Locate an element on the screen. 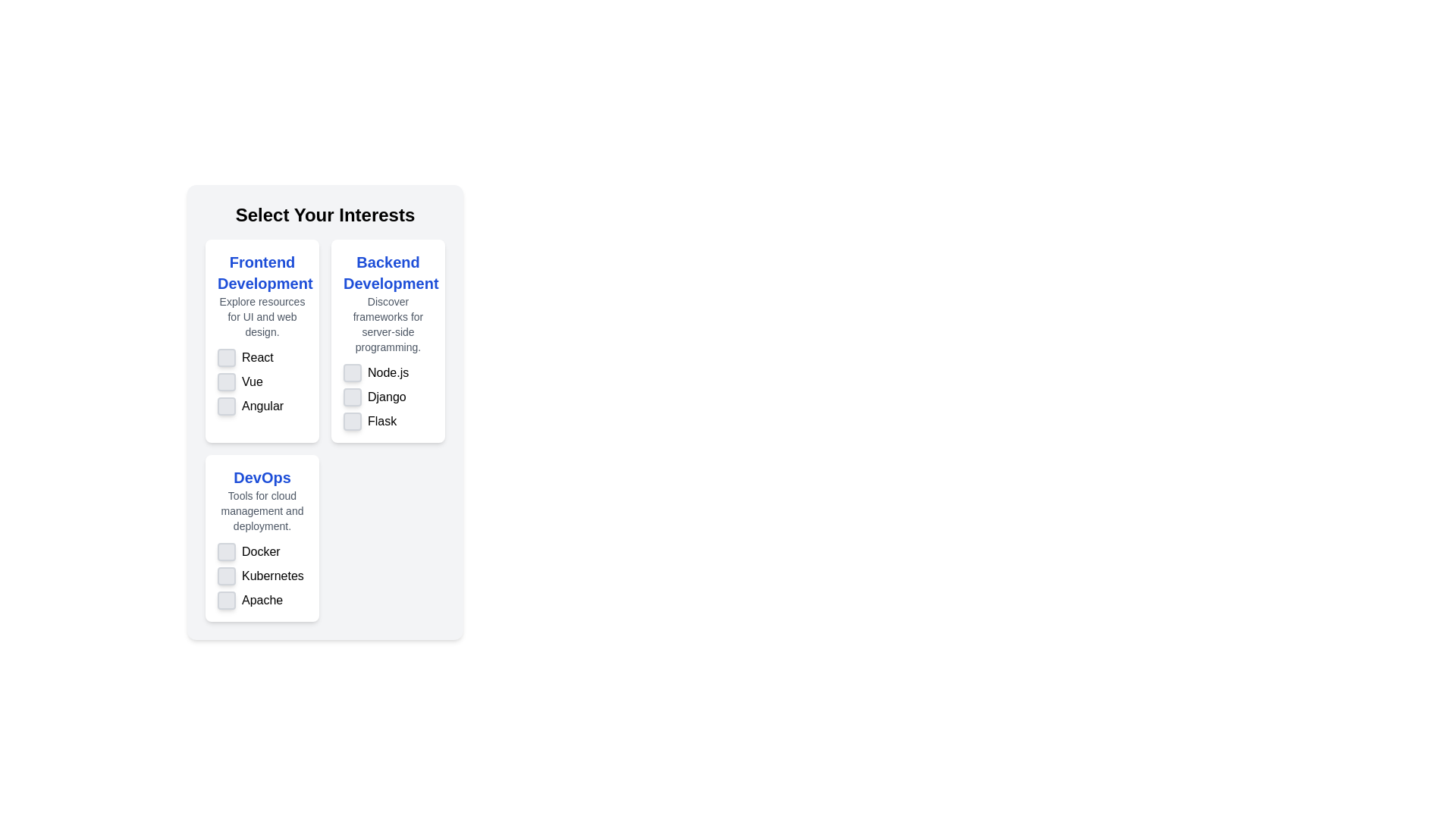 The image size is (1456, 819). the 'DevOps' title text label located at the top center of the 'DevOps' card, which provides a heading for the associated content and options below is located at coordinates (262, 476).